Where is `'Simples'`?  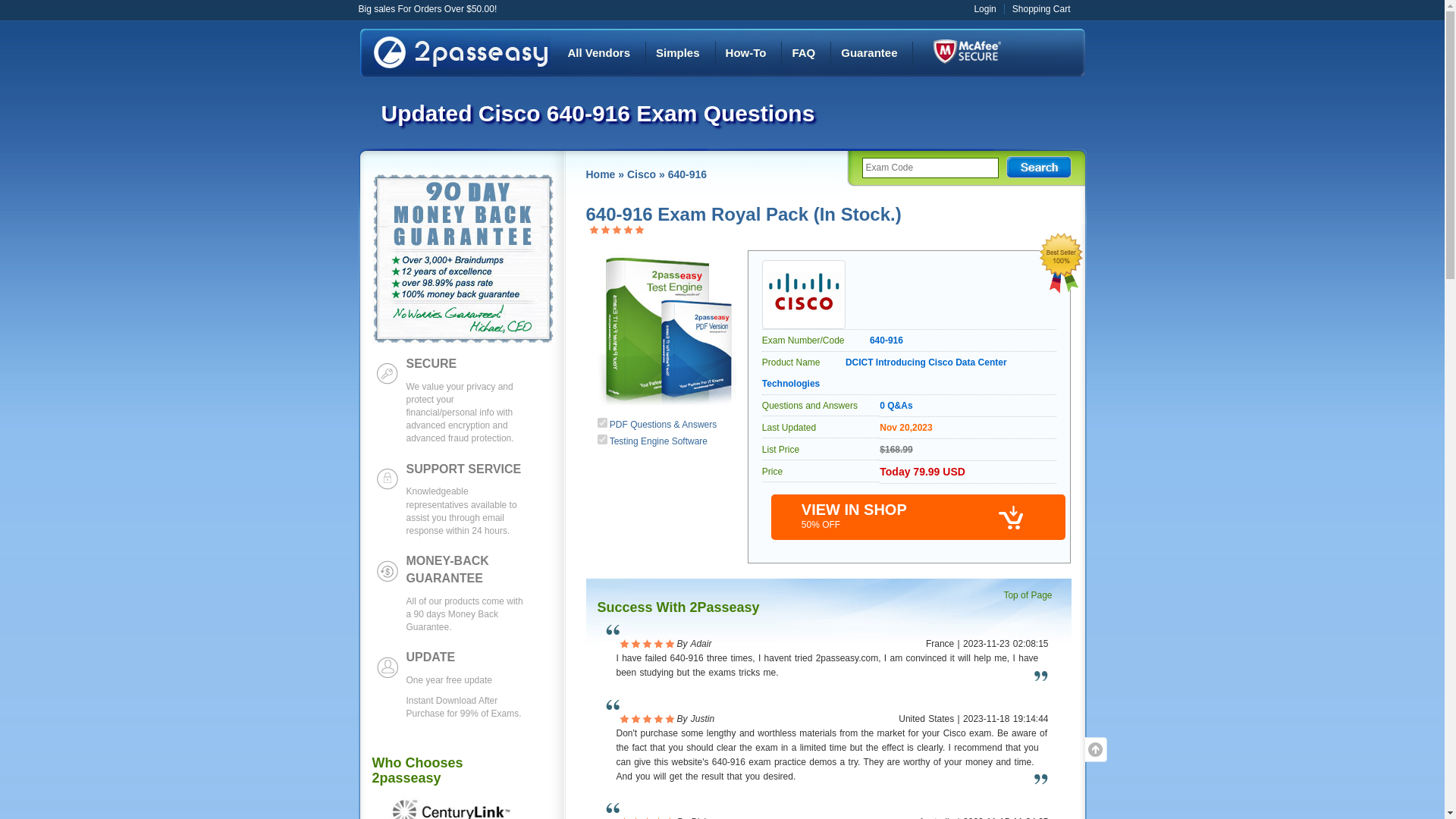
'Simples' is located at coordinates (676, 52).